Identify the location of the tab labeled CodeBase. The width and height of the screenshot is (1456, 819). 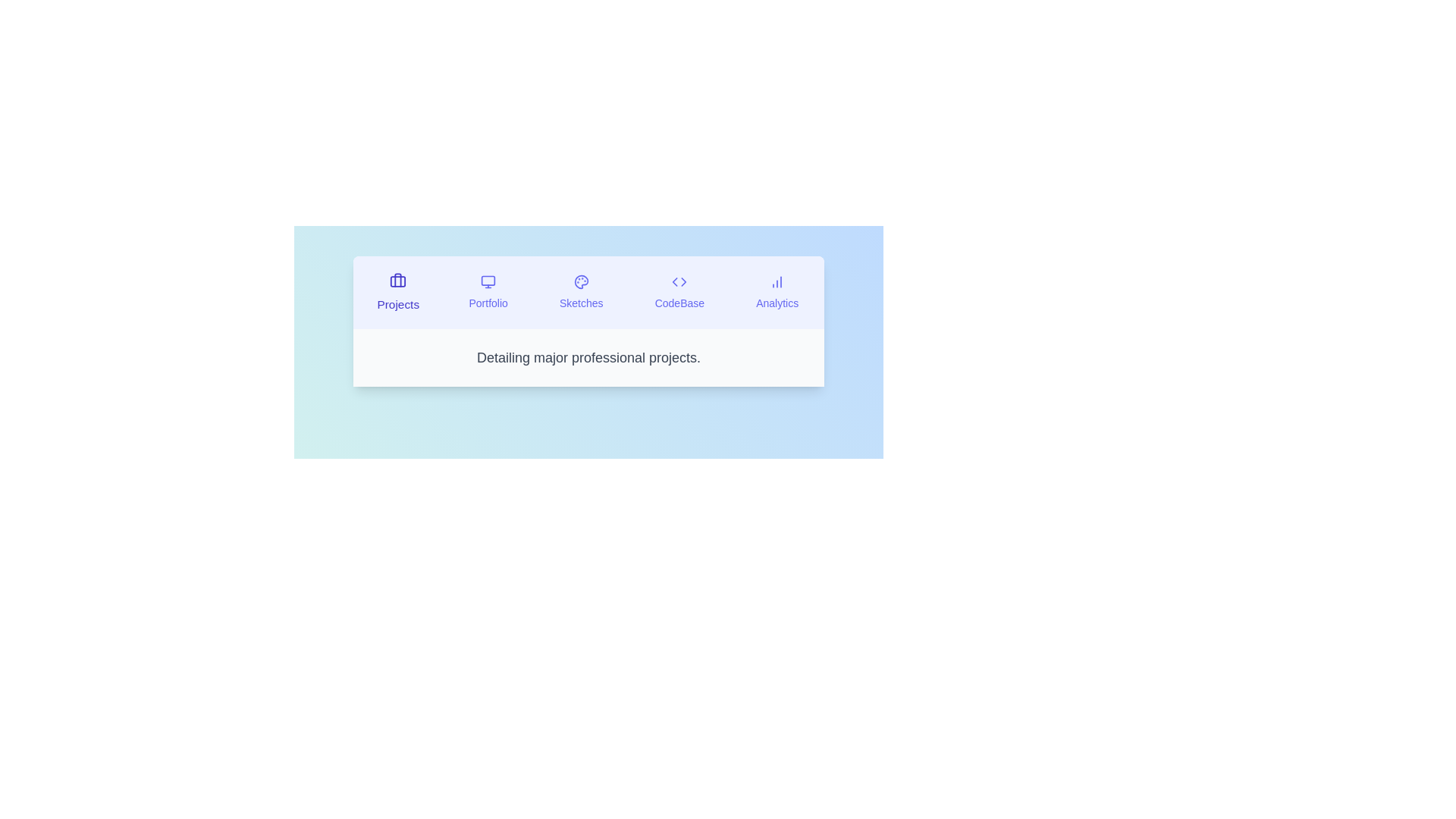
(679, 292).